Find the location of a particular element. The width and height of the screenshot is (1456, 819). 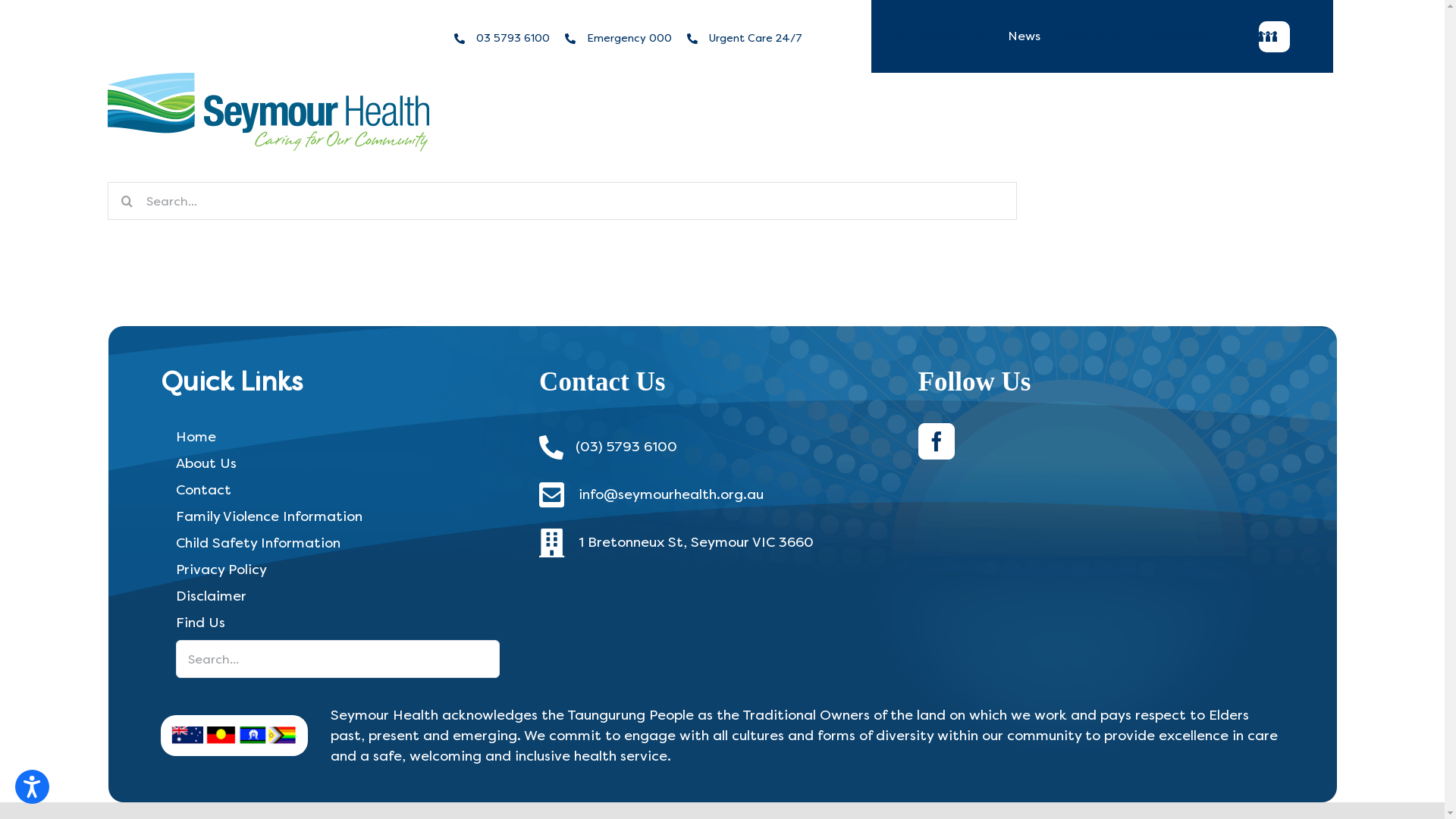

'(03) 5793 6100' is located at coordinates (574, 446).